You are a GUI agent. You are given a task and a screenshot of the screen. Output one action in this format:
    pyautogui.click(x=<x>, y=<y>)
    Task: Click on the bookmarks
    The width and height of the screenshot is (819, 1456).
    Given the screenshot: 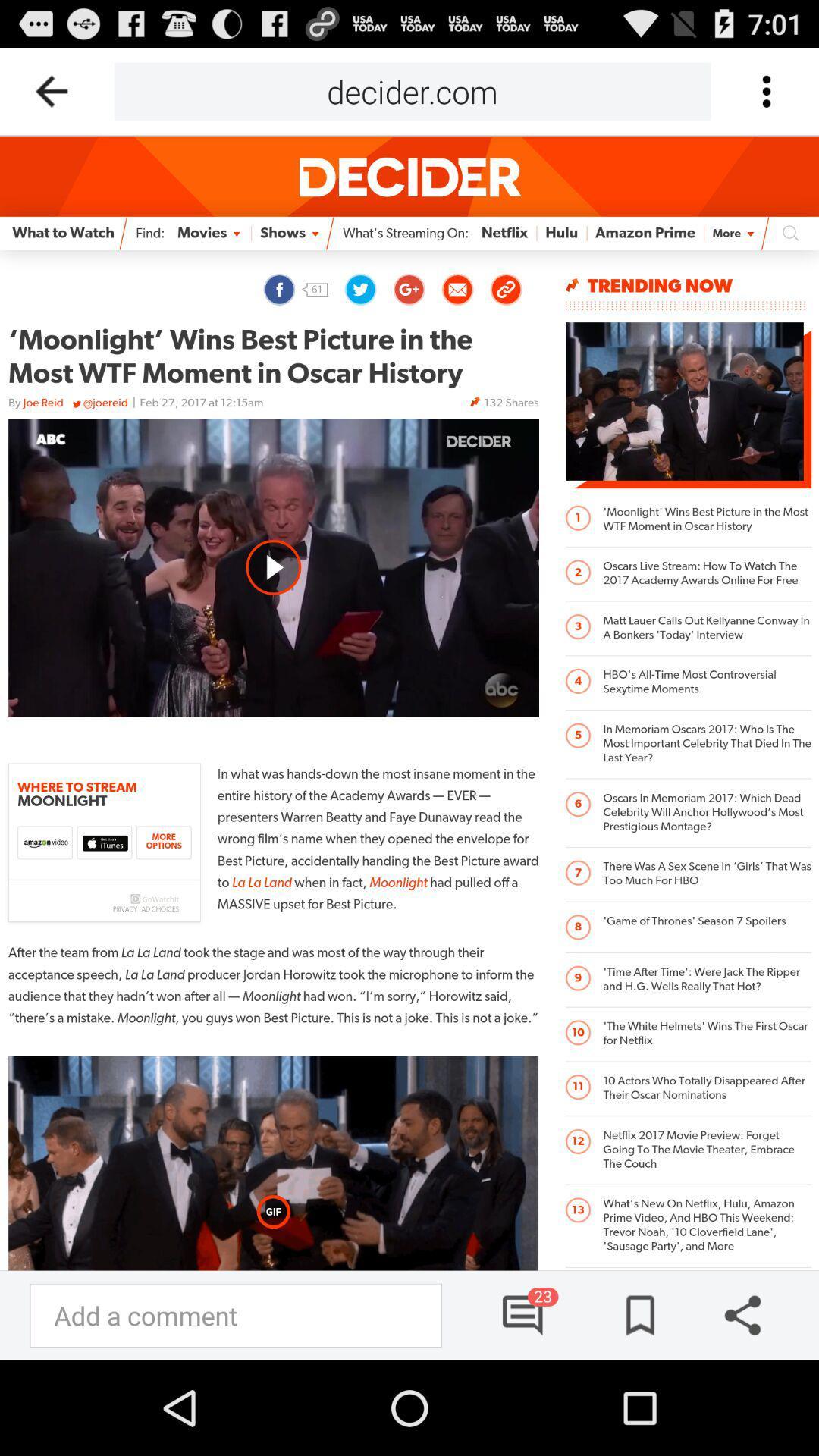 What is the action you would take?
    pyautogui.click(x=635, y=1314)
    